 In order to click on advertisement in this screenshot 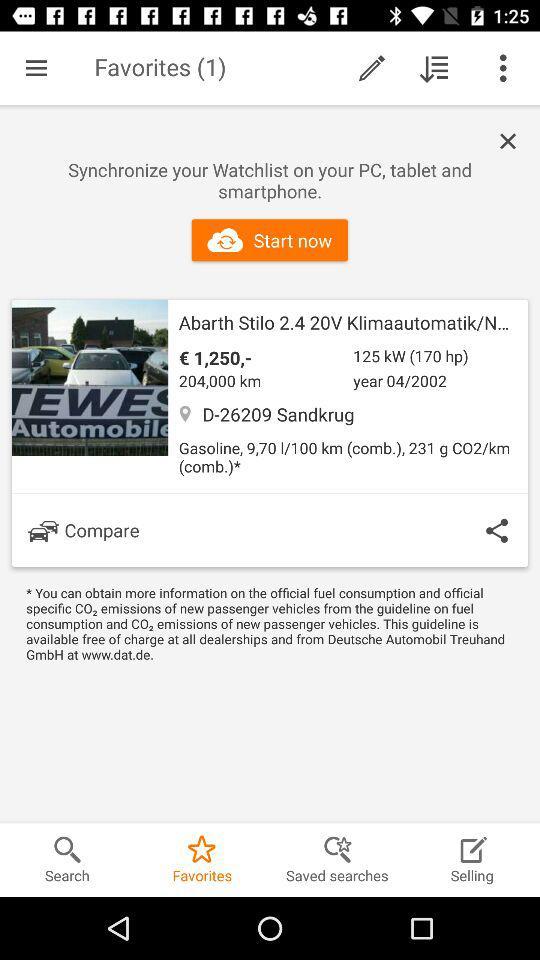, I will do `click(513, 140)`.